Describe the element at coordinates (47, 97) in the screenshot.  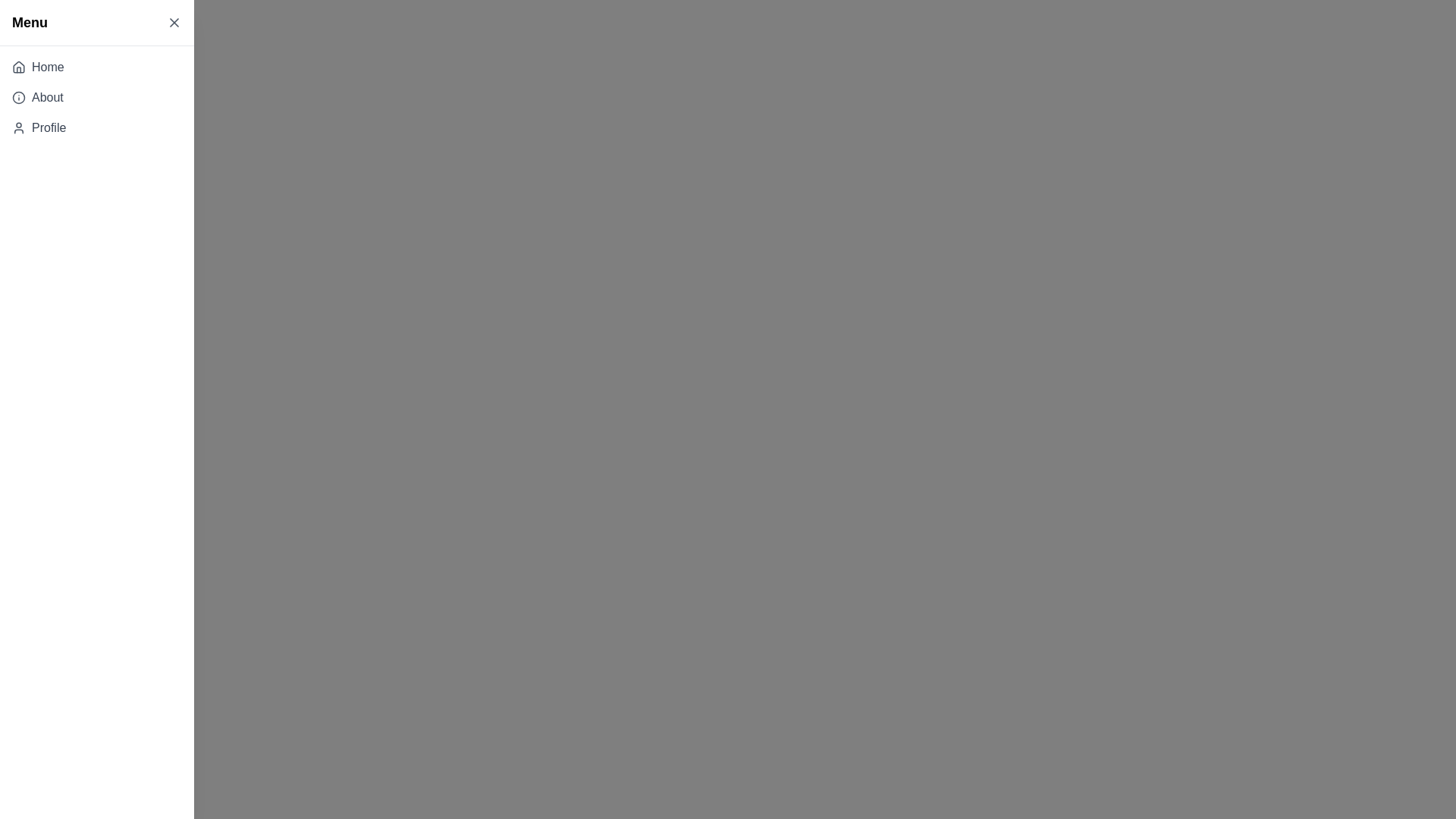
I see `the 'About' text button located in the vertical menu of the left sidebar` at that location.